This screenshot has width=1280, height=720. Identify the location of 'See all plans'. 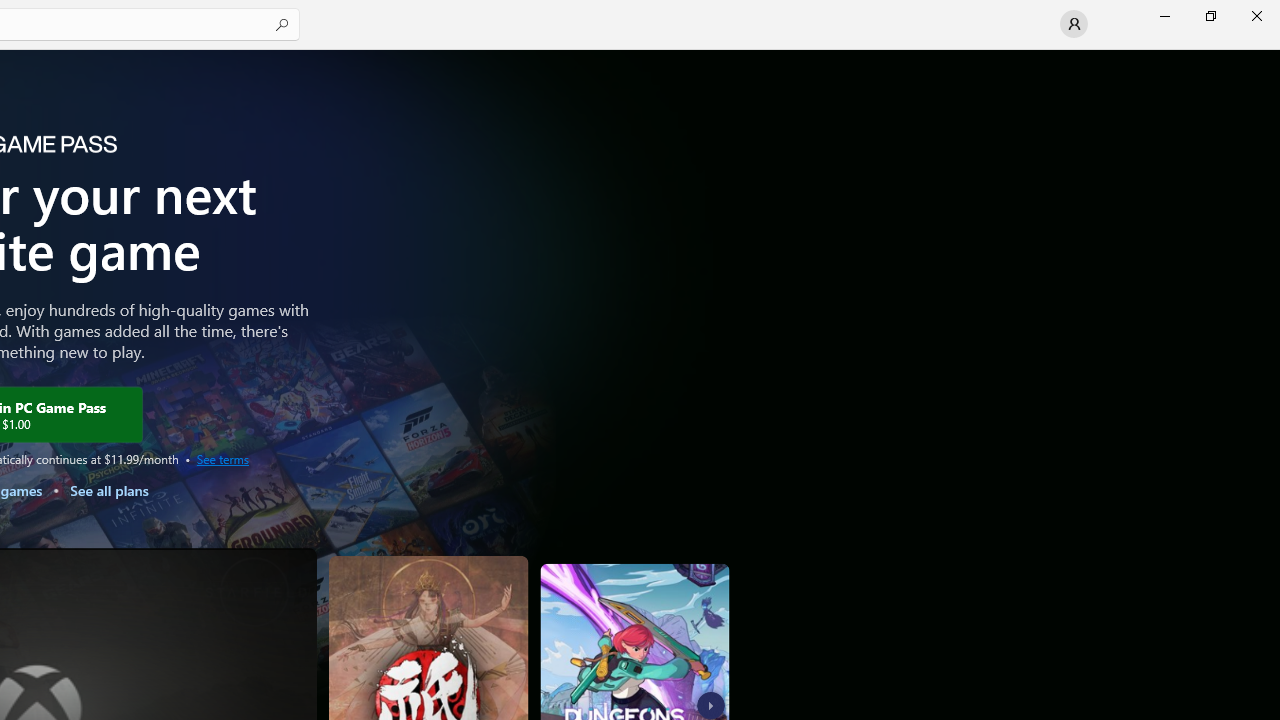
(107, 490).